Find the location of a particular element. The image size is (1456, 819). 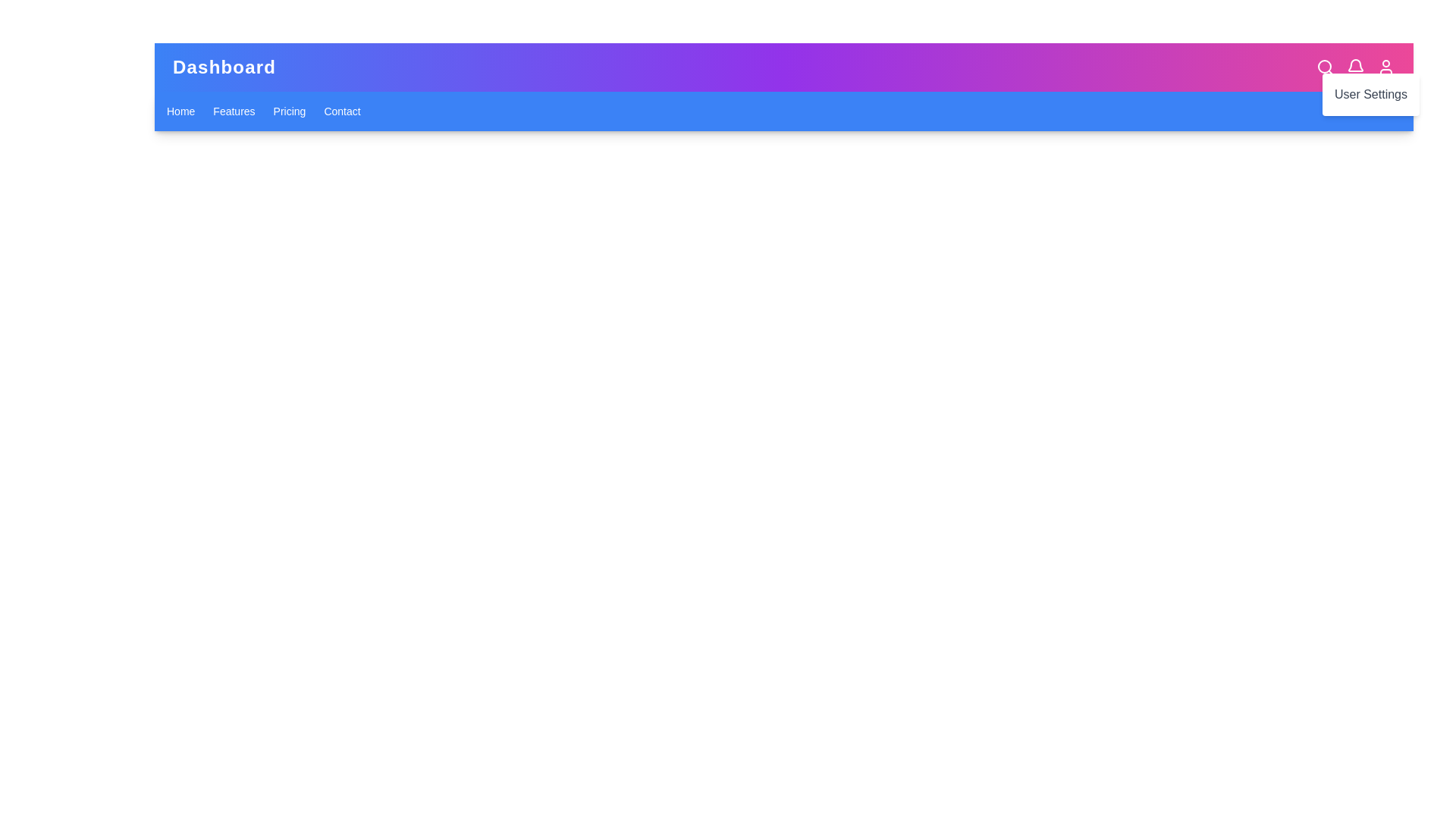

the 'Dashboard' label is located at coordinates (224, 66).